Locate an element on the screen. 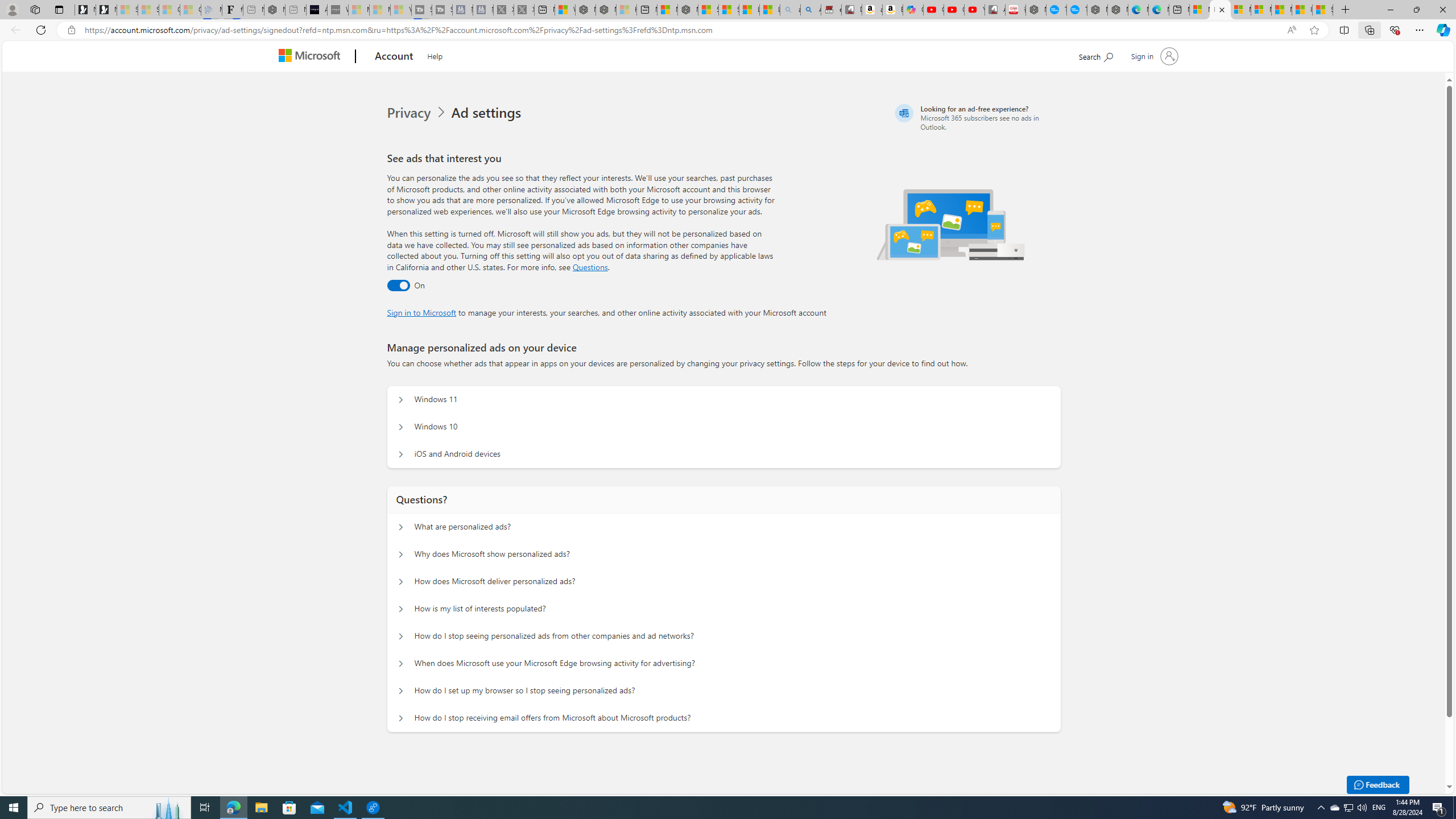 Image resolution: width=1456 pixels, height=819 pixels. 'Looking for an ad-free experience?' is located at coordinates (976, 117).